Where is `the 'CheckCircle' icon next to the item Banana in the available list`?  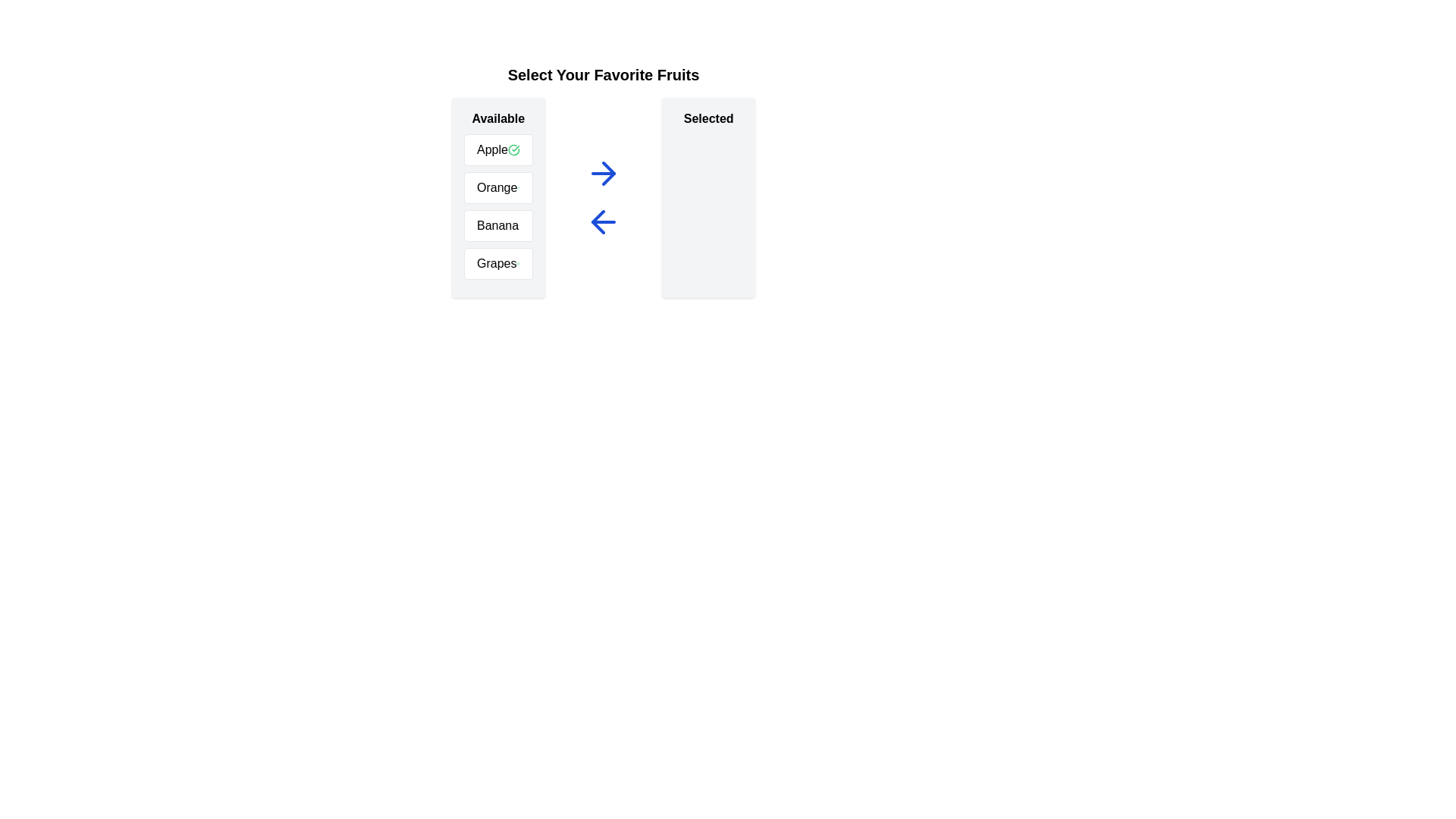
the 'CheckCircle' icon next to the item Banana in the available list is located at coordinates (519, 225).